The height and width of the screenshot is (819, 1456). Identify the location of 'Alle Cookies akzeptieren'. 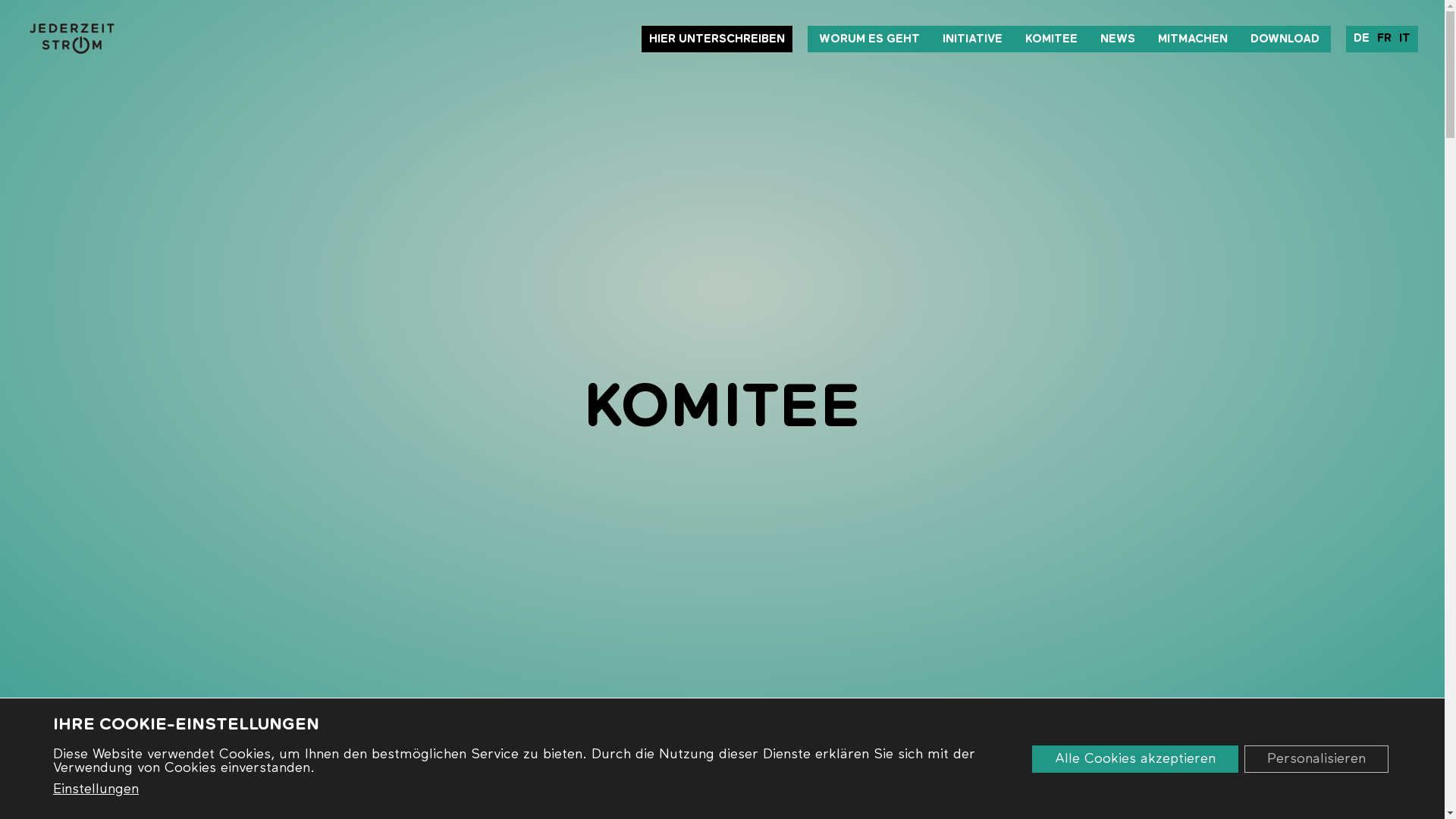
(1135, 758).